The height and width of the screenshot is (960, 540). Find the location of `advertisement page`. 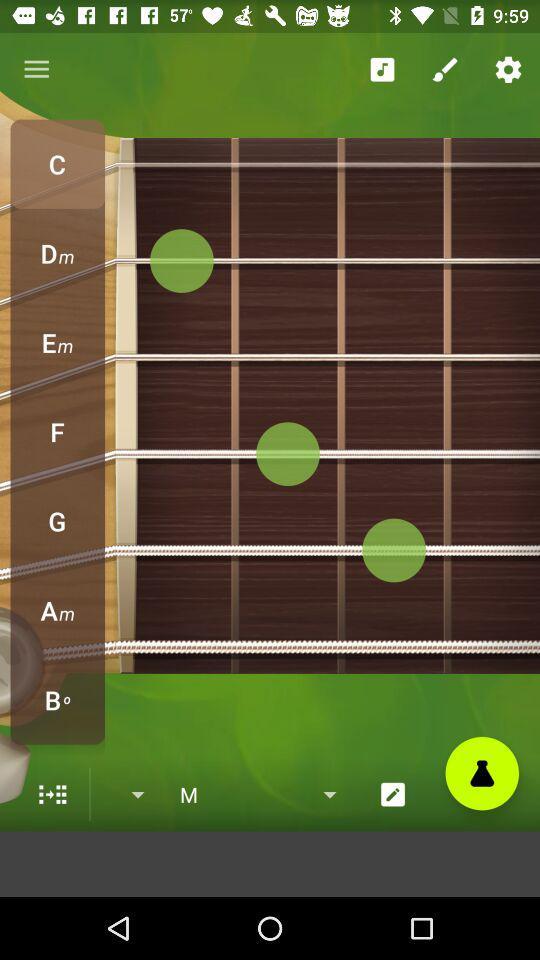

advertisement page is located at coordinates (270, 863).